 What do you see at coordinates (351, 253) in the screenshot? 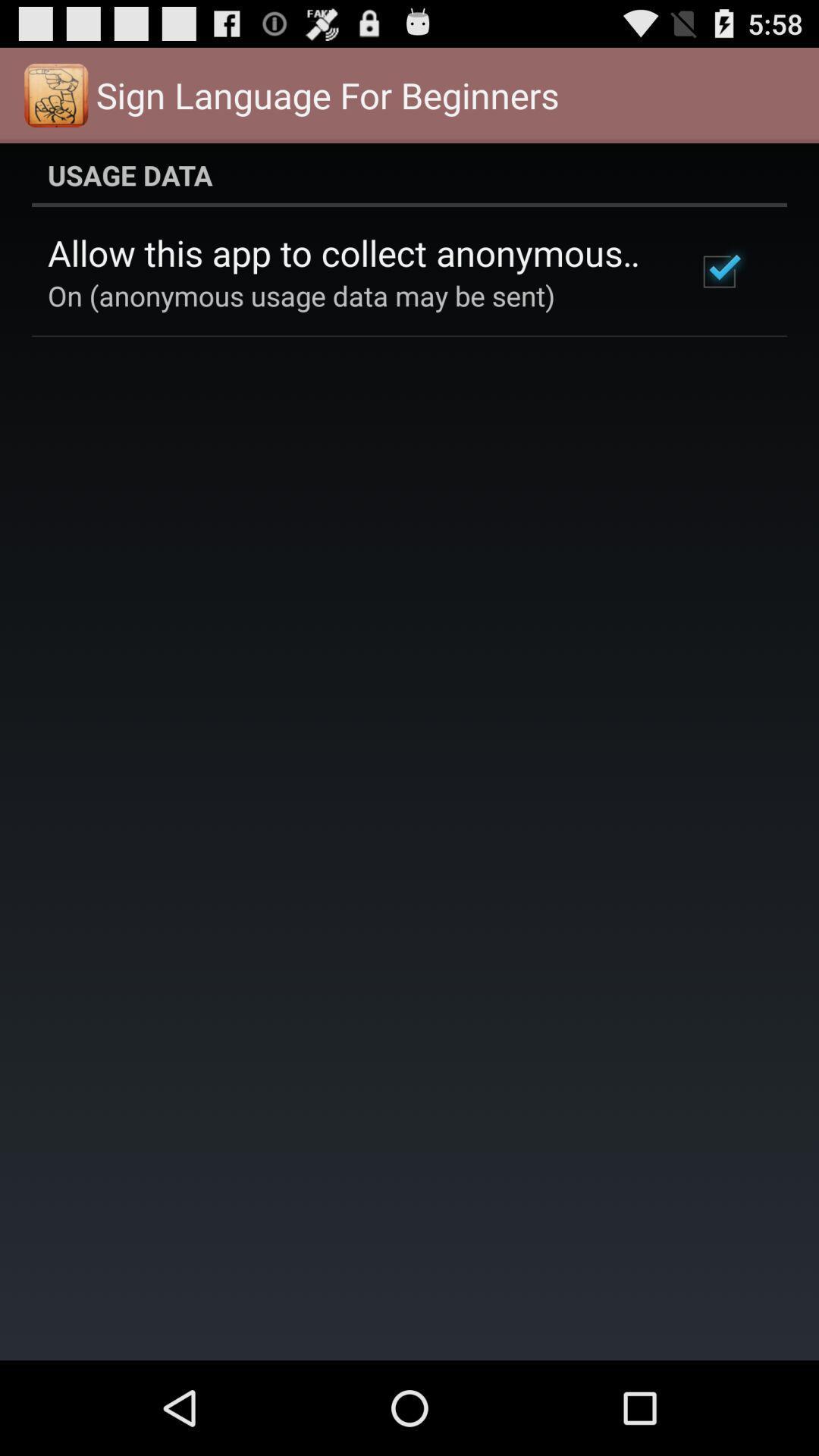
I see `the allow this app` at bounding box center [351, 253].